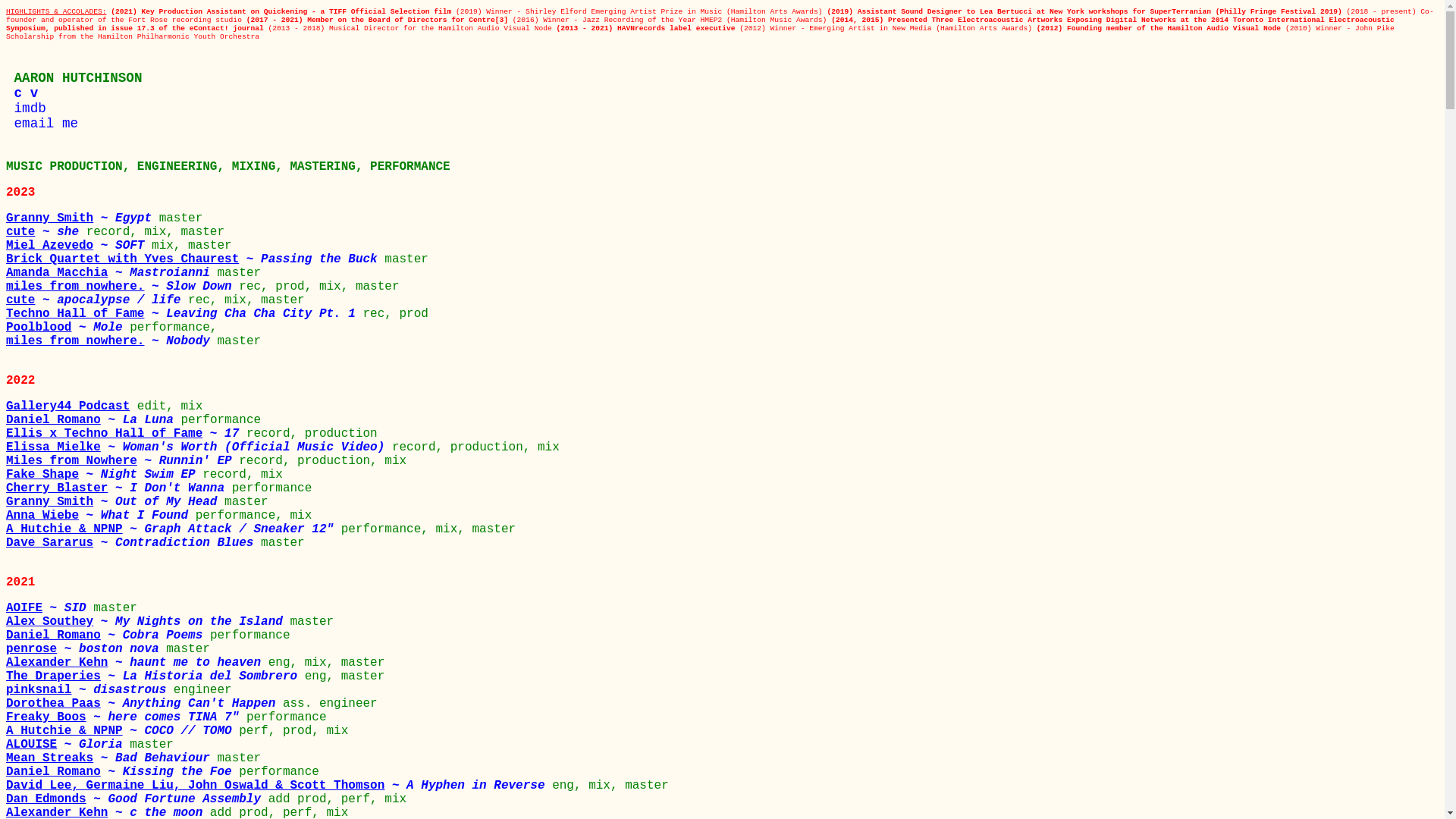 The height and width of the screenshot is (819, 1456). What do you see at coordinates (6, 622) in the screenshot?
I see `'Alex Southey ~ My Nights on the Island'` at bounding box center [6, 622].